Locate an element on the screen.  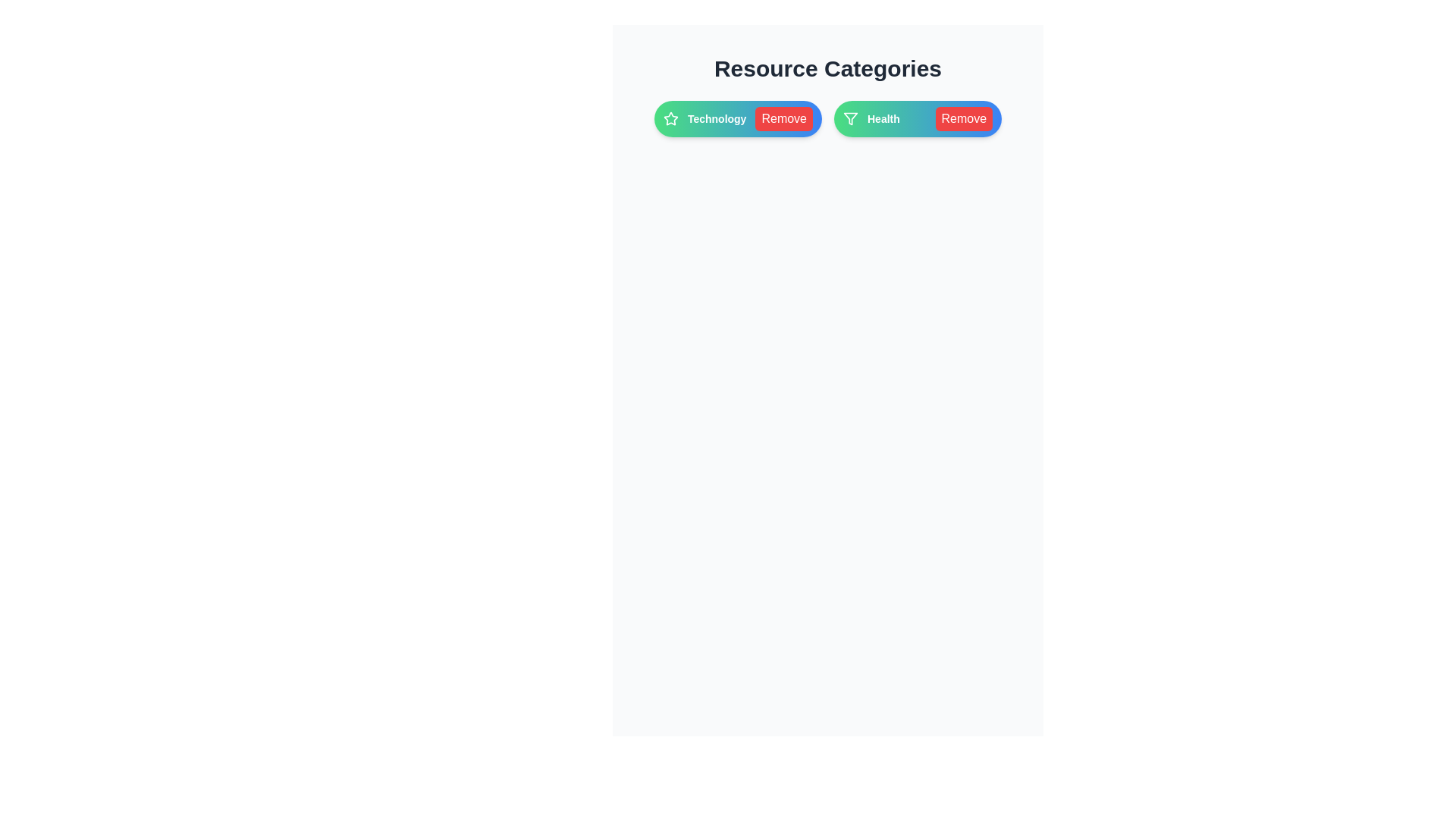
the category chip labeled Technology is located at coordinates (738, 118).